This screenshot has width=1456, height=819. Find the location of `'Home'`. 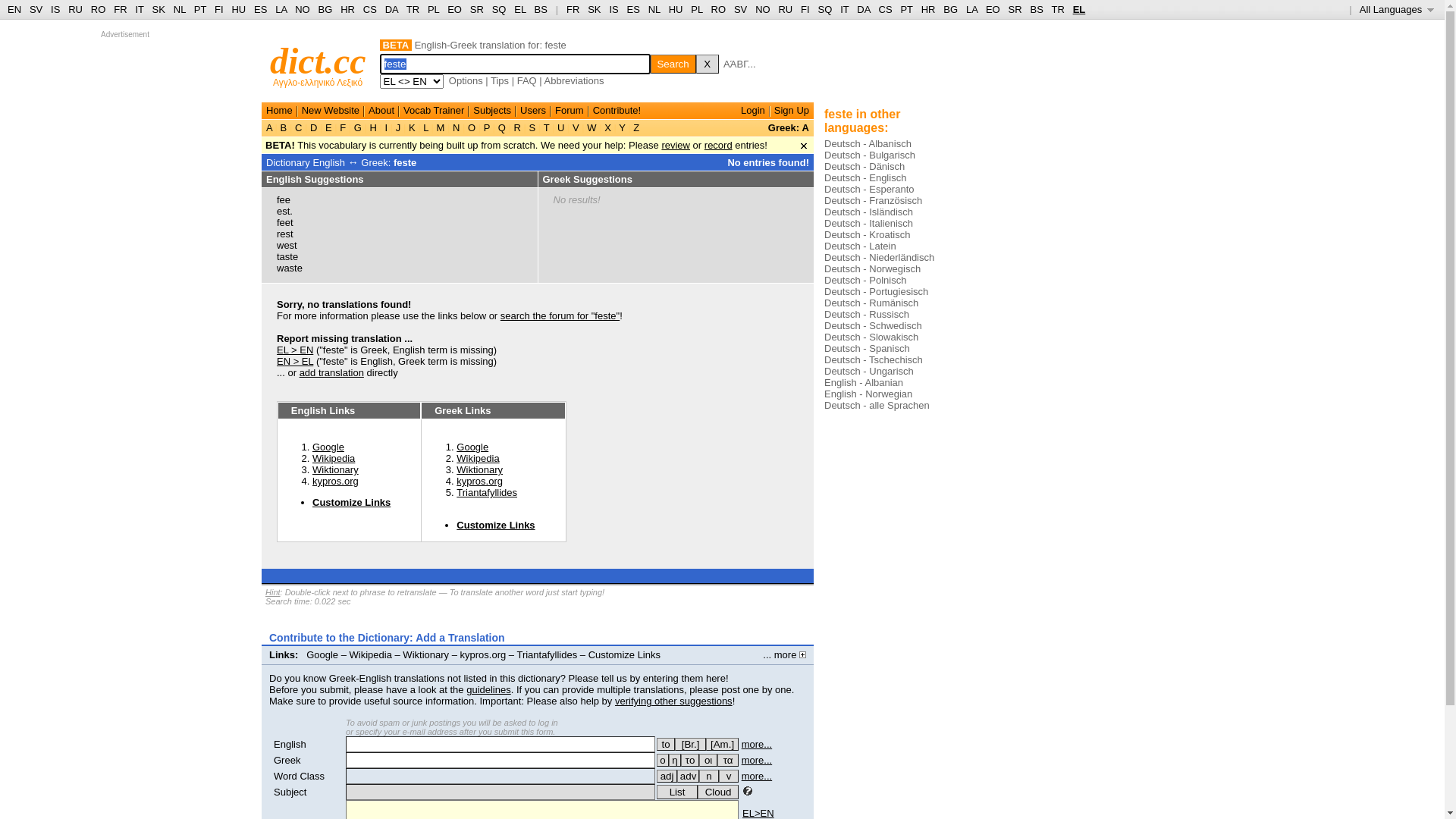

'Home' is located at coordinates (279, 109).